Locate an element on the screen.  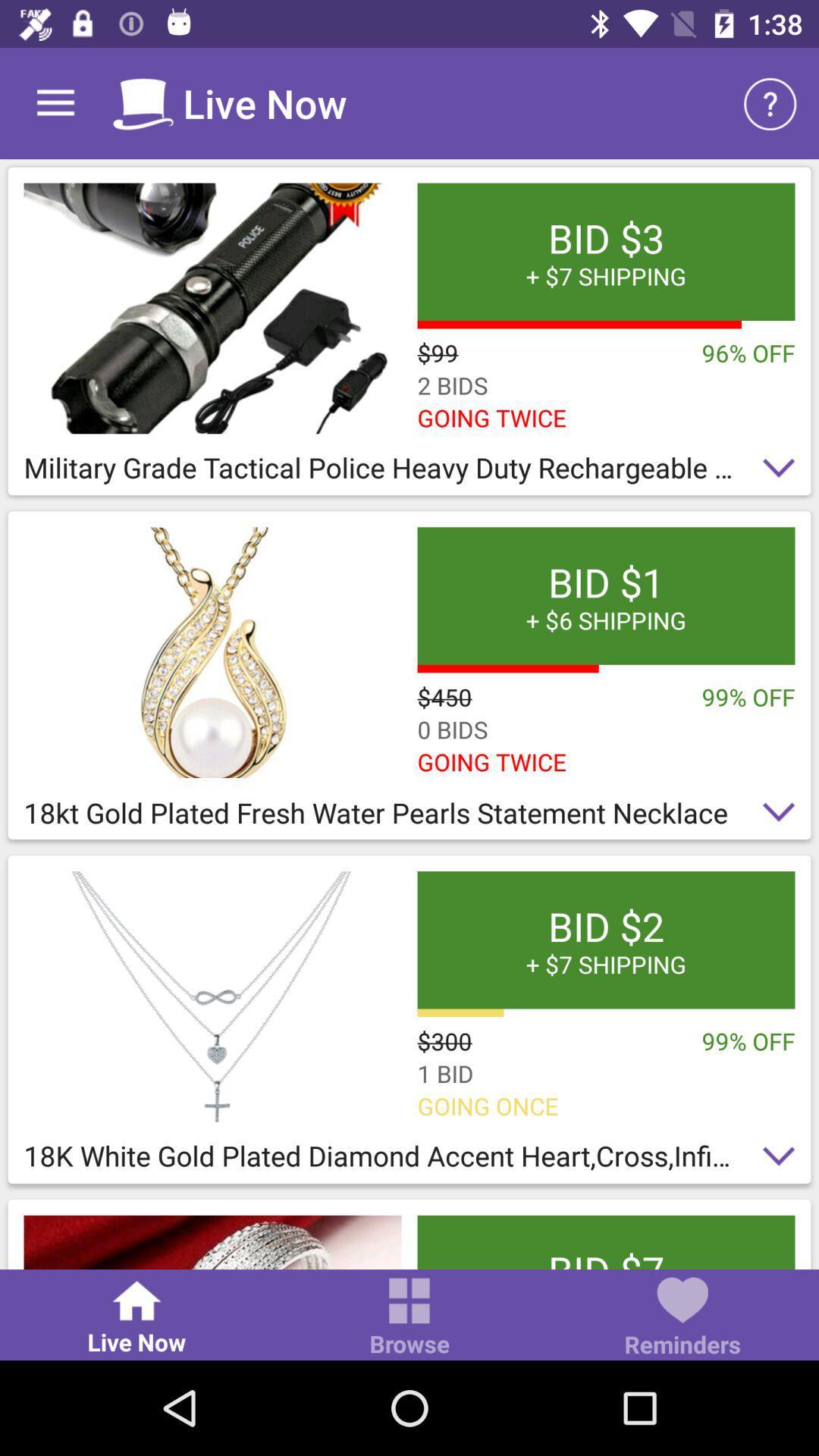
image is located at coordinates (212, 307).